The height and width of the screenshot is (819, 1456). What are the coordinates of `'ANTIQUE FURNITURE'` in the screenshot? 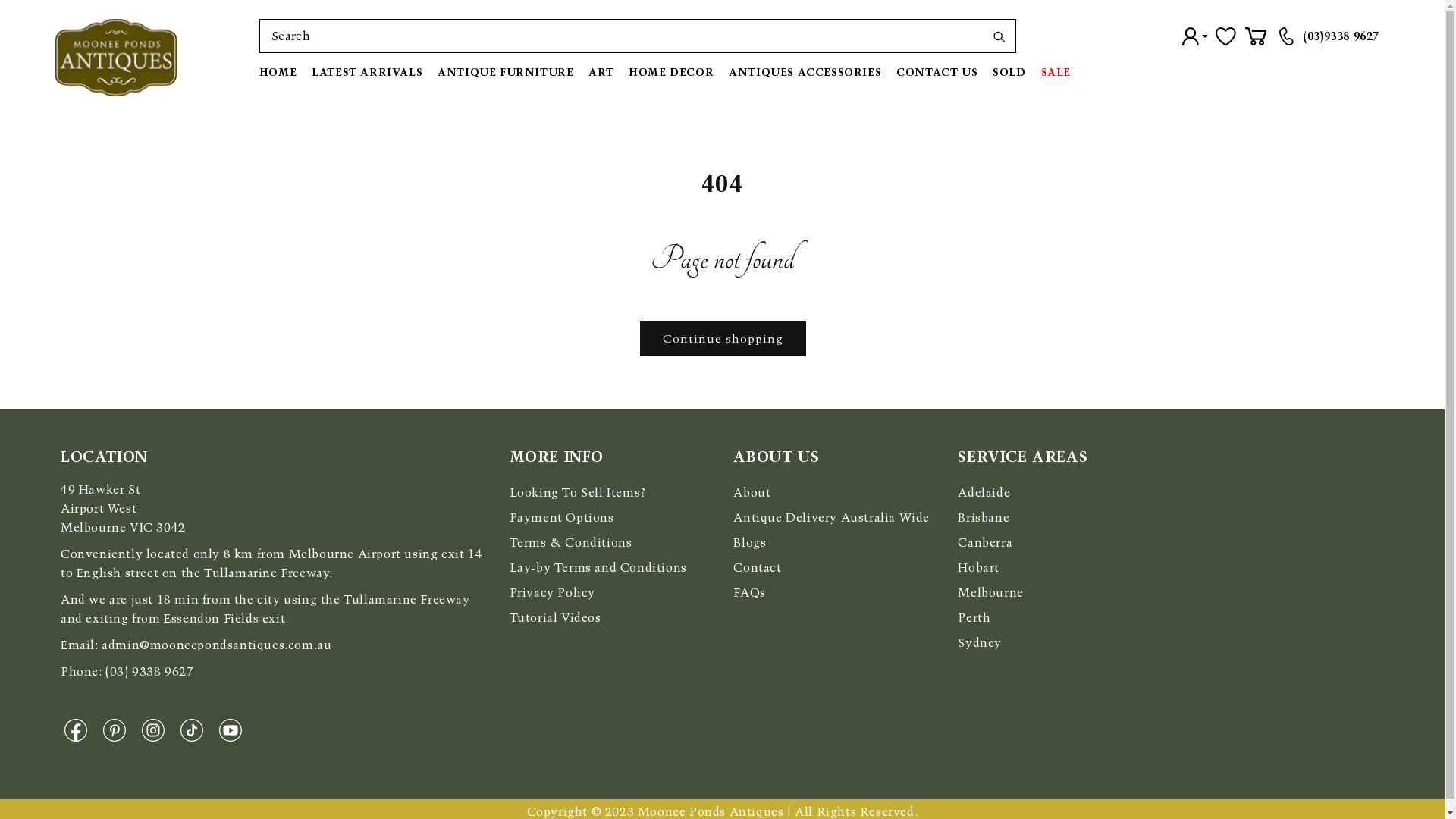 It's located at (505, 72).